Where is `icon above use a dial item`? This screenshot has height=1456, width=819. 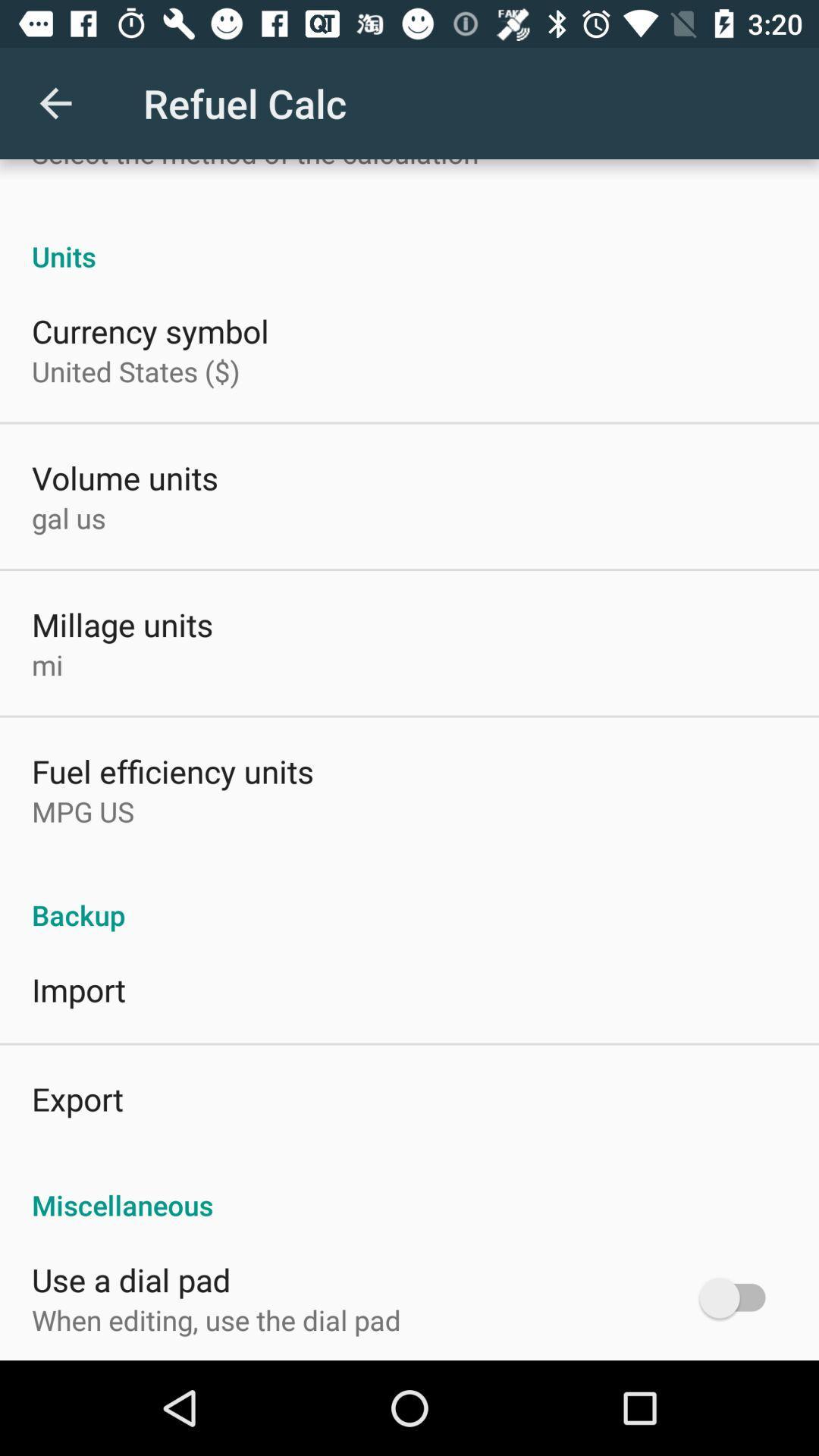
icon above use a dial item is located at coordinates (409, 1188).